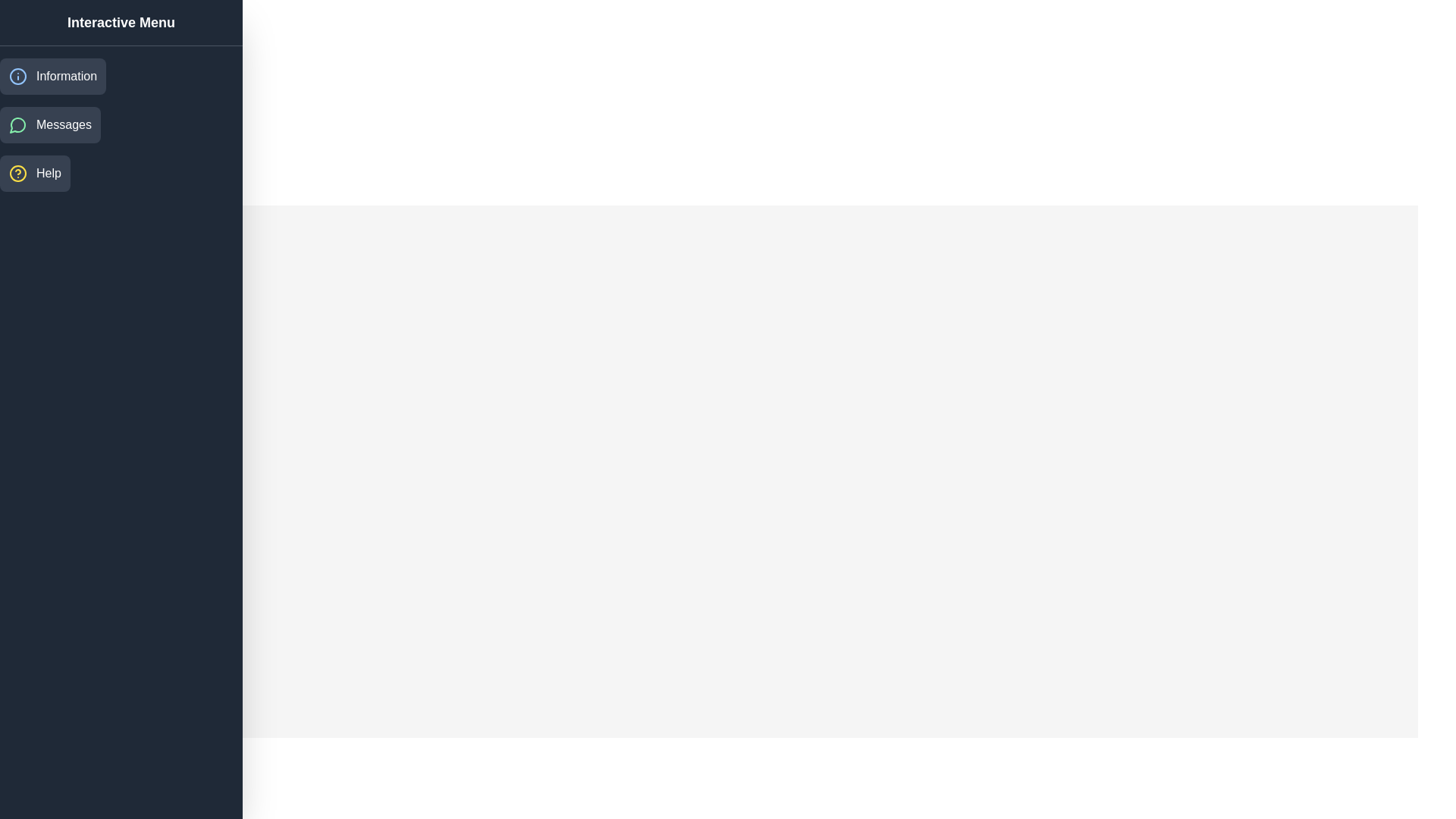 Image resolution: width=1456 pixels, height=819 pixels. What do you see at coordinates (18, 76) in the screenshot?
I see `the blue circular graphical element located within the 'Information' button in the vertical menu on the left side of the interface` at bounding box center [18, 76].